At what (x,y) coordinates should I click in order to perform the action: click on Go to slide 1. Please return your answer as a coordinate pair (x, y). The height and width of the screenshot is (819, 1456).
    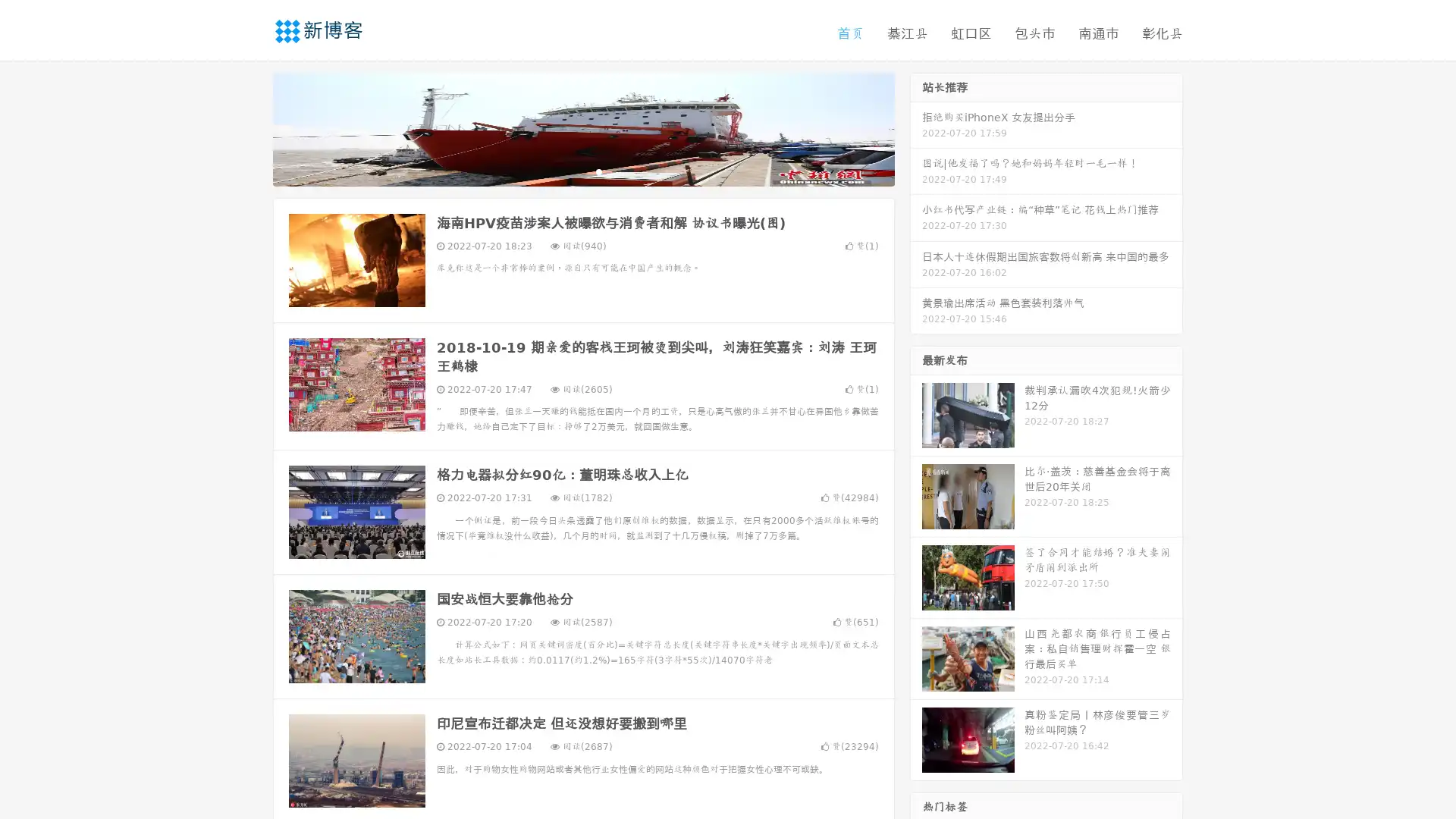
    Looking at the image, I should click on (567, 171).